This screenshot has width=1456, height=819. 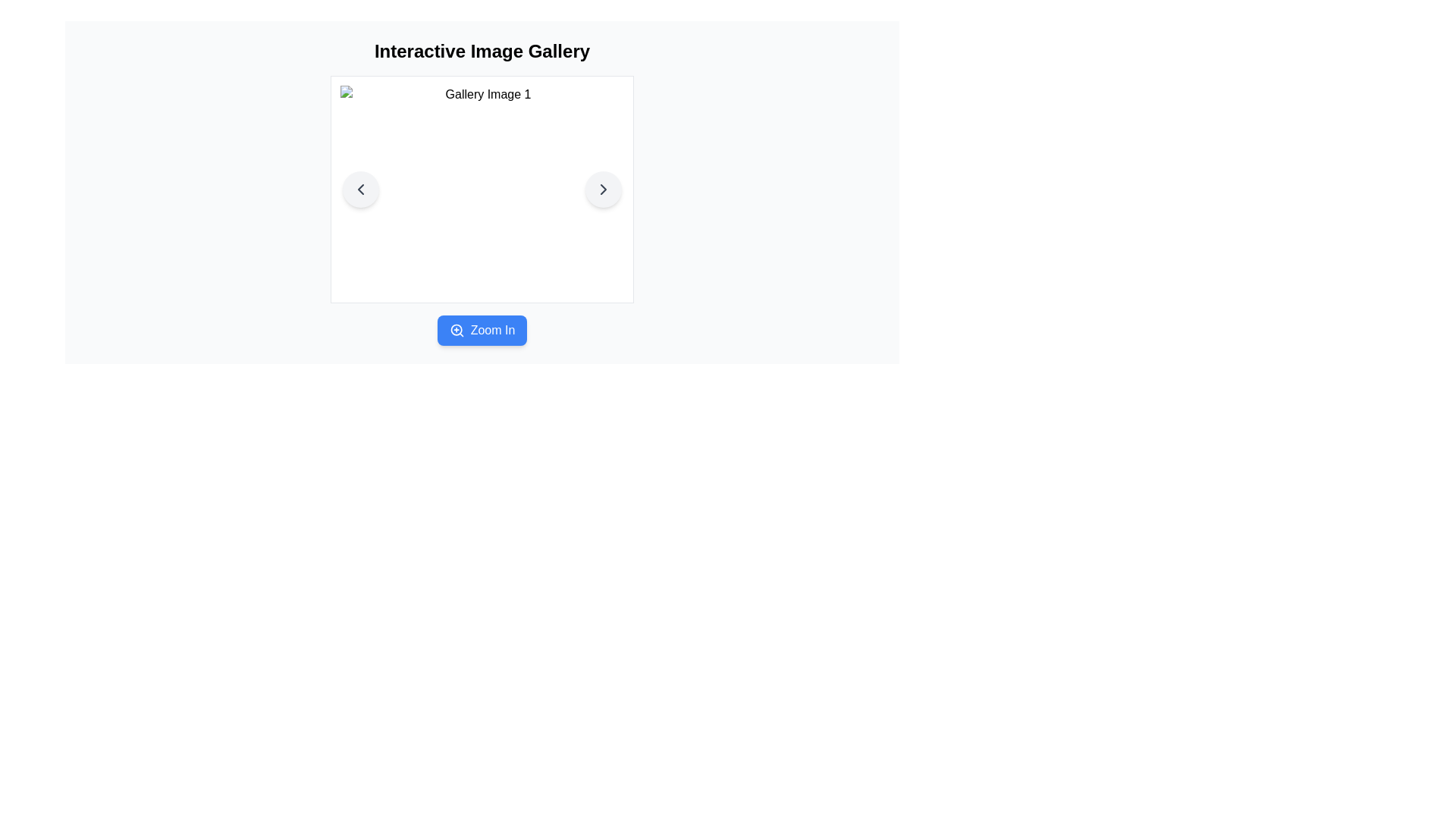 What do you see at coordinates (359, 189) in the screenshot?
I see `the circular button with a light gray background and a leftward-pointing chevron arrow to observe the hover effect` at bounding box center [359, 189].